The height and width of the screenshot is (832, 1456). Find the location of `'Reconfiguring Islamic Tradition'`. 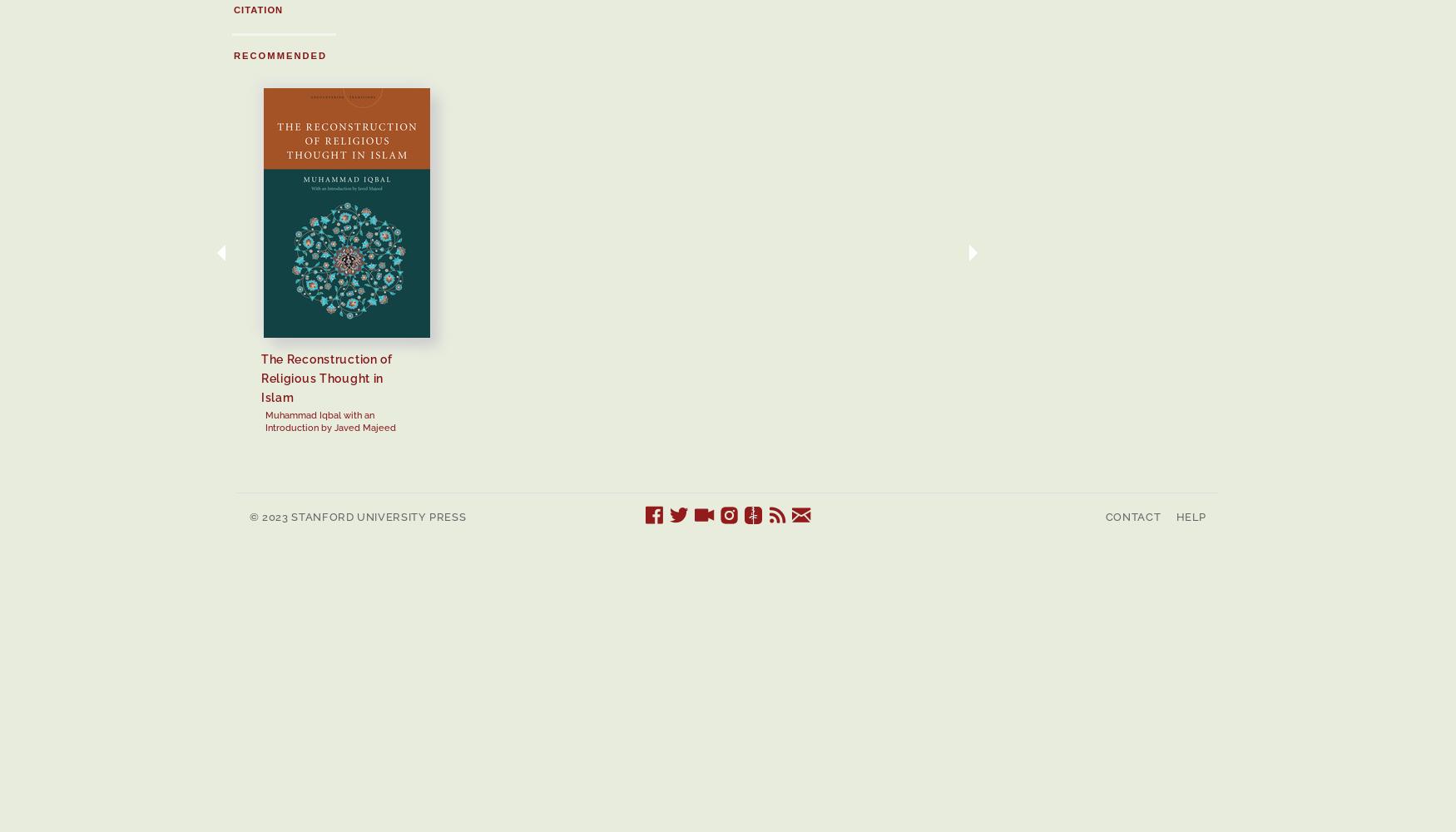

'Reconfiguring Islamic Tradition' is located at coordinates (1104, 368).